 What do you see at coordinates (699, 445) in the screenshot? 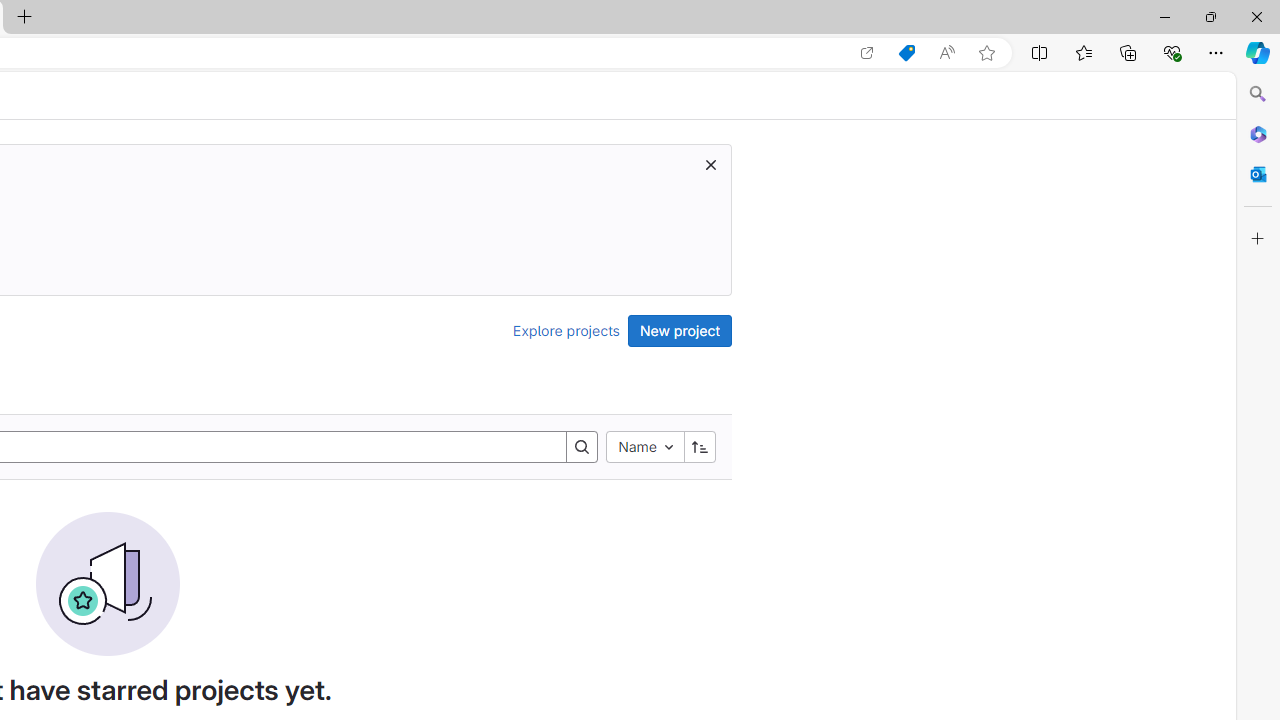
I see `'Sort direction: Ascending'` at bounding box center [699, 445].